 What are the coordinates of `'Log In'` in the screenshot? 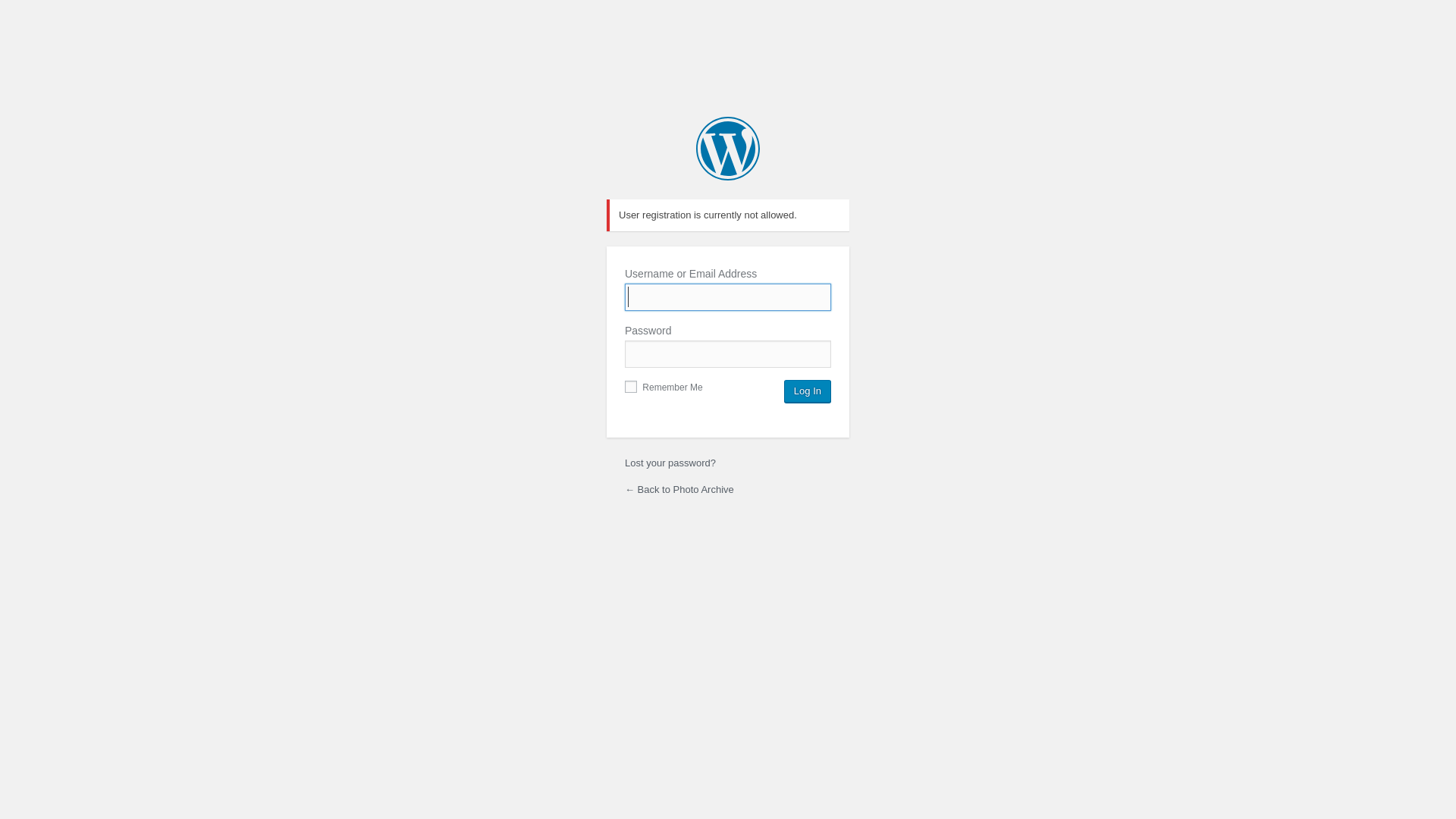 It's located at (807, 391).